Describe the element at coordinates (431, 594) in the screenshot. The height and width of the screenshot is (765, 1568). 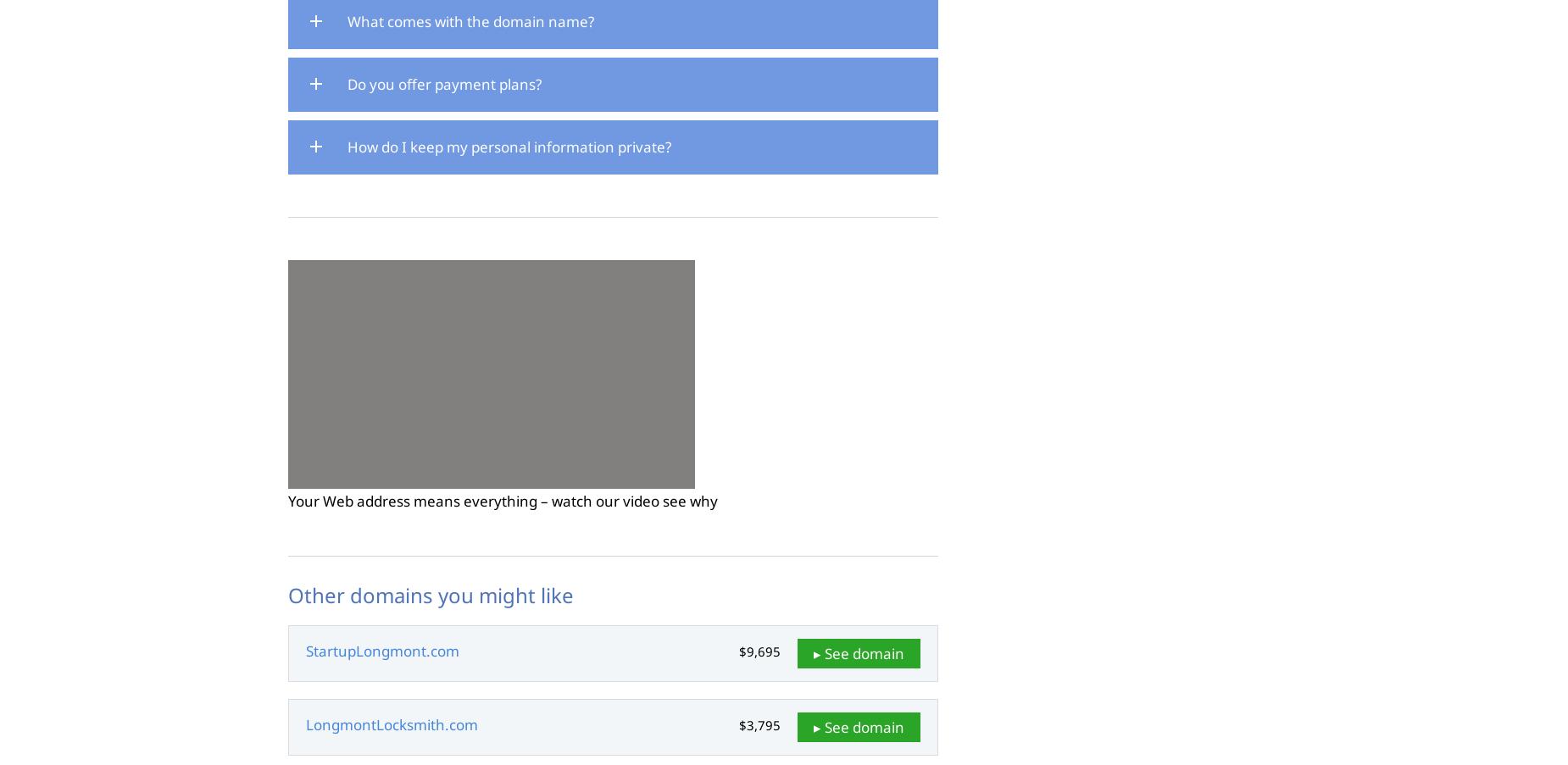
I see `'Other domains you might like'` at that location.